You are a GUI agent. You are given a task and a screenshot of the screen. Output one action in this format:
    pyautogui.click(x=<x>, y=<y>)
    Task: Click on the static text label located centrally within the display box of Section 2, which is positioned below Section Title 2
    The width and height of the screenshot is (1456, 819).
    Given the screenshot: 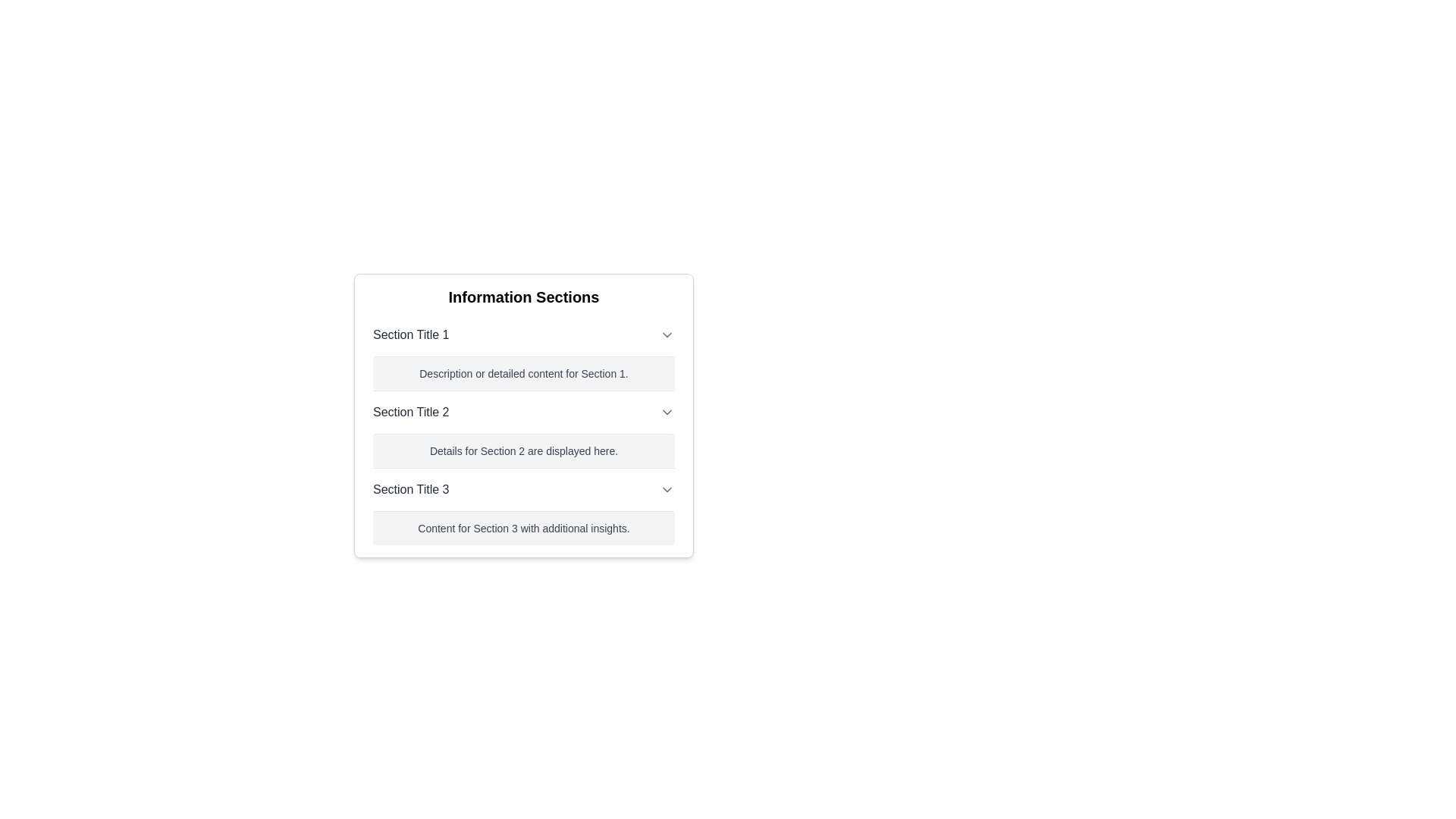 What is the action you would take?
    pyautogui.click(x=524, y=450)
    